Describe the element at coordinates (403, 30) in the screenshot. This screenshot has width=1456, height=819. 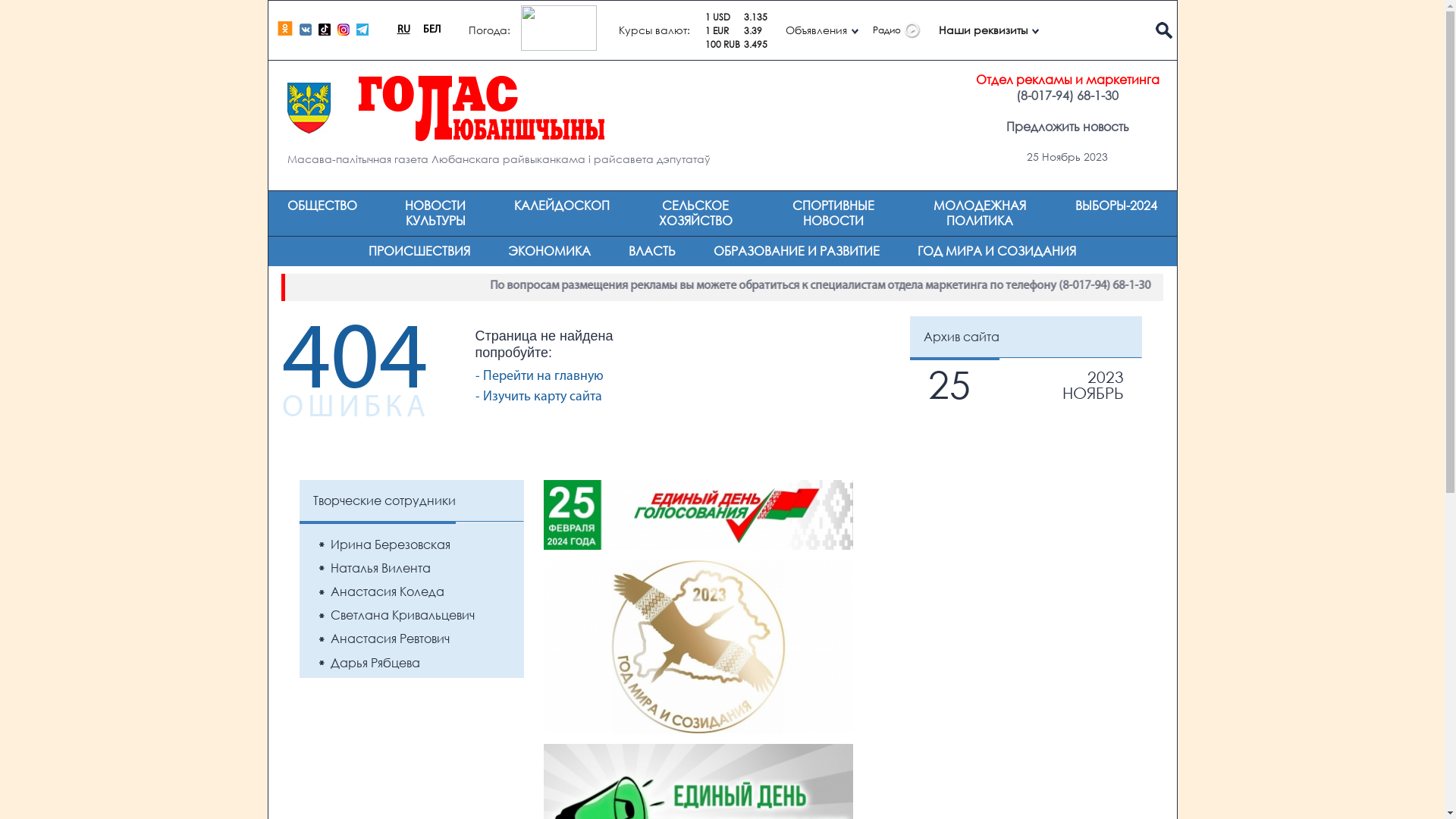
I see `'RU'` at that location.